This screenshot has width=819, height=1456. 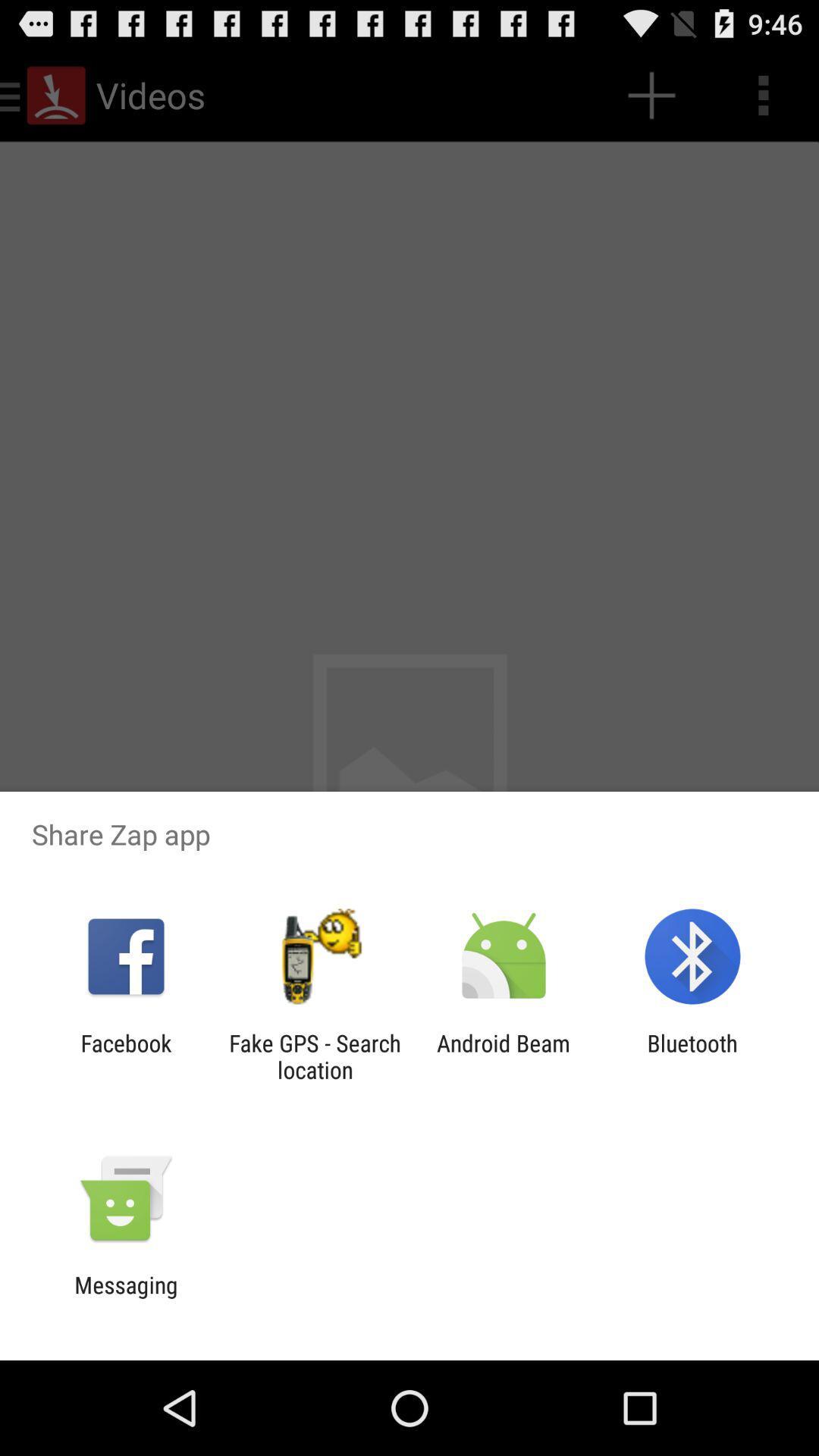 What do you see at coordinates (314, 1056) in the screenshot?
I see `app next to facebook` at bounding box center [314, 1056].